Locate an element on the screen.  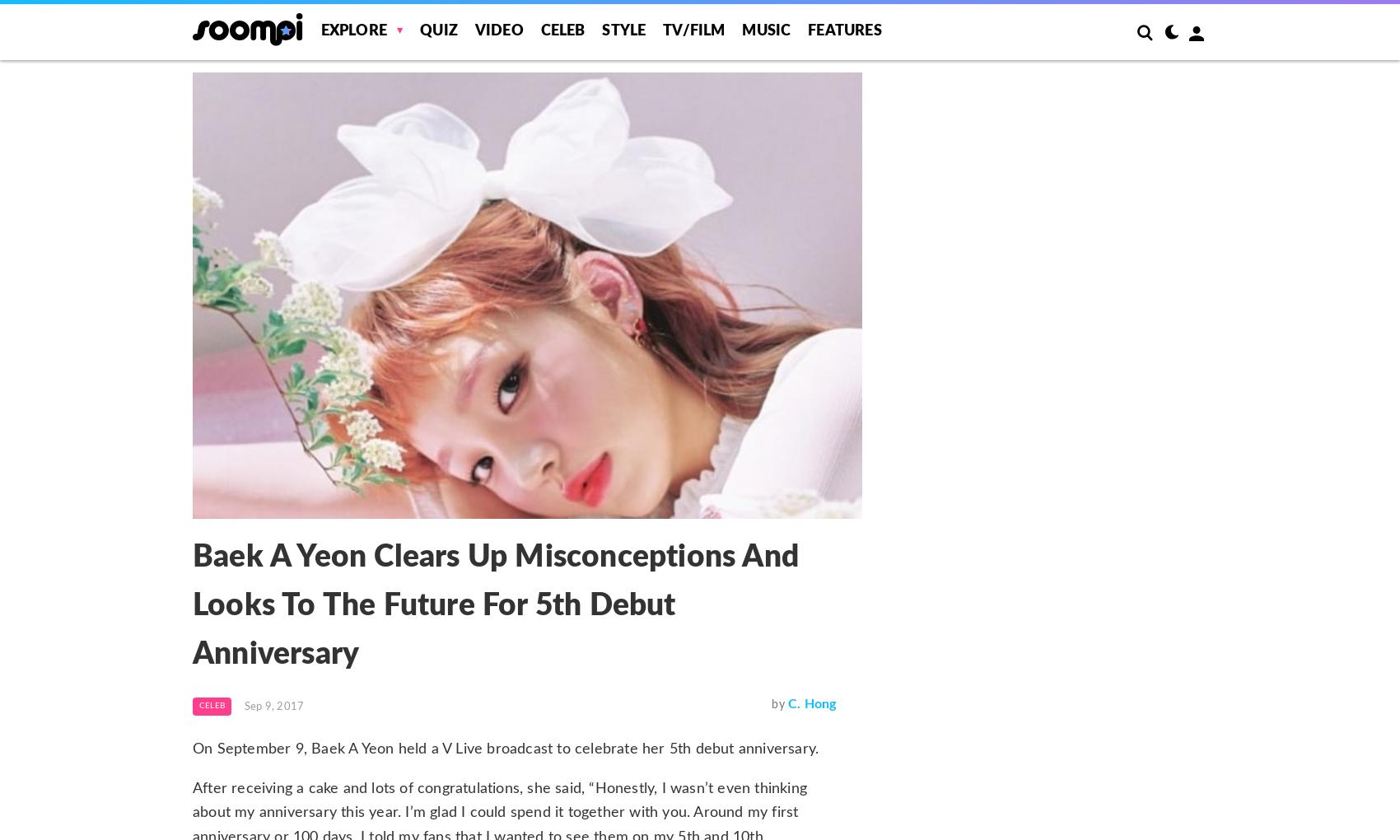
'TV/Film' is located at coordinates (693, 30).